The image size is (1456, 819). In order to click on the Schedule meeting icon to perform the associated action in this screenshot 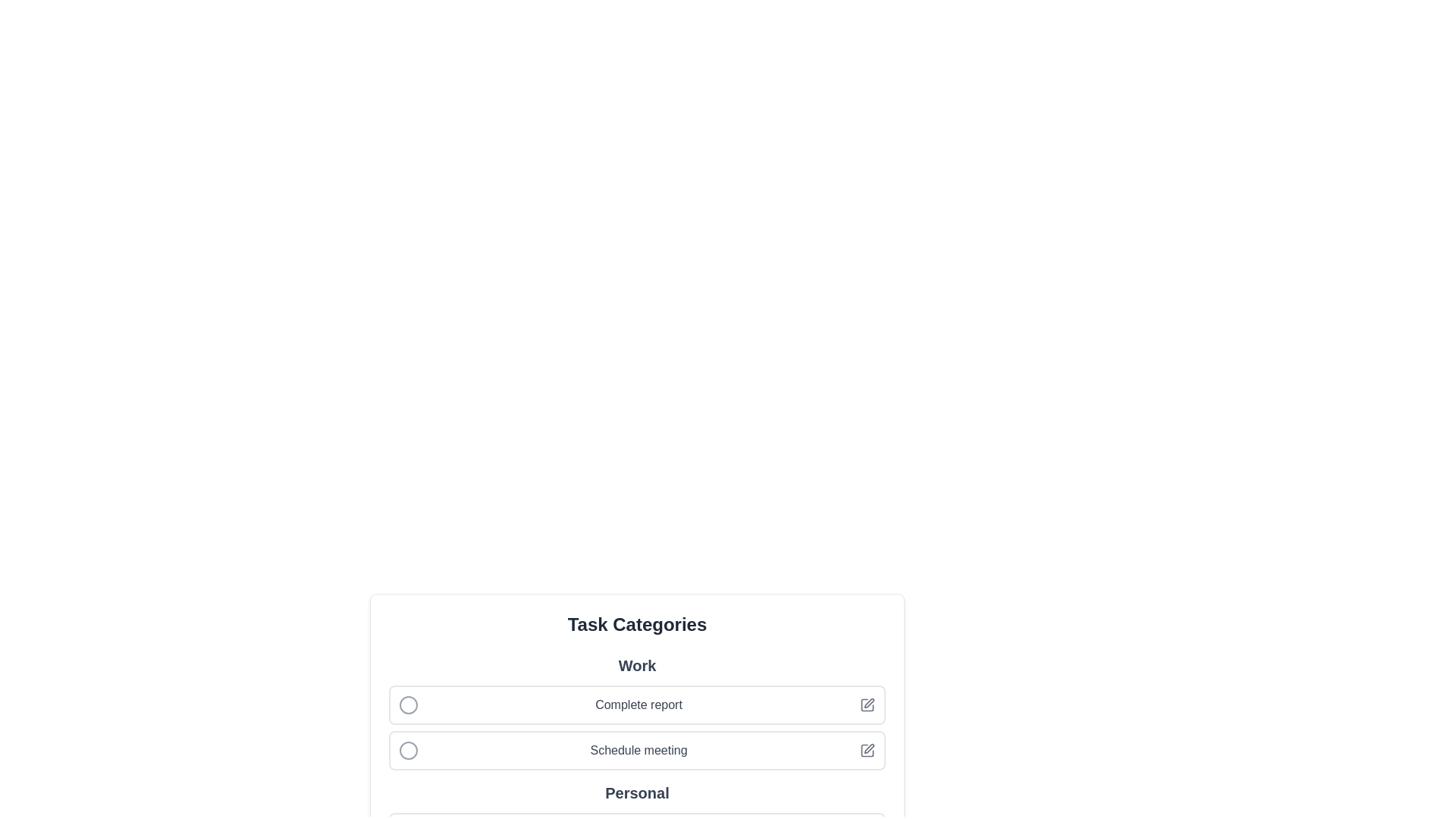, I will do `click(867, 751)`.